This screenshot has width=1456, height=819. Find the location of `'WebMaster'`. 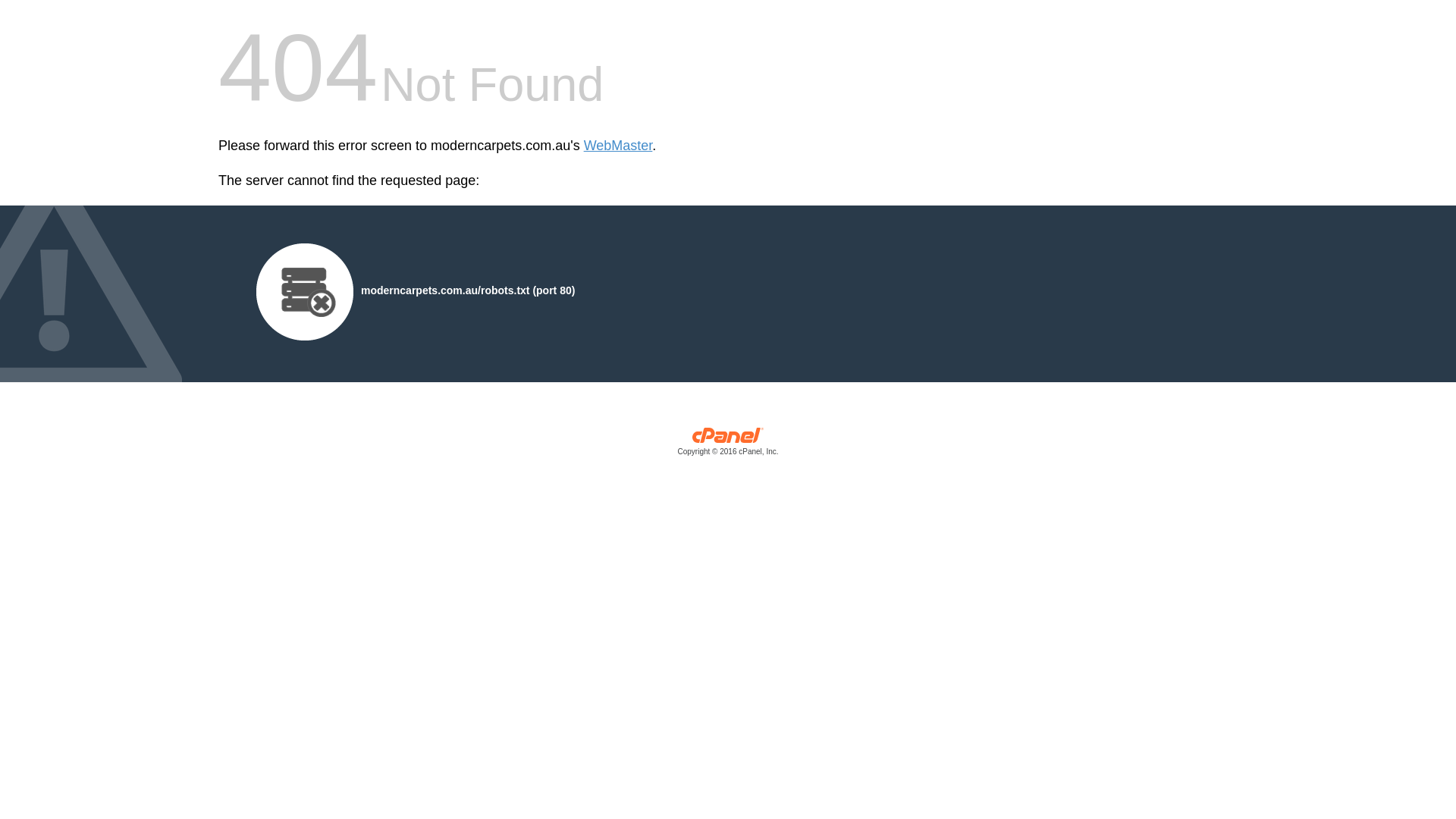

'WebMaster' is located at coordinates (618, 146).